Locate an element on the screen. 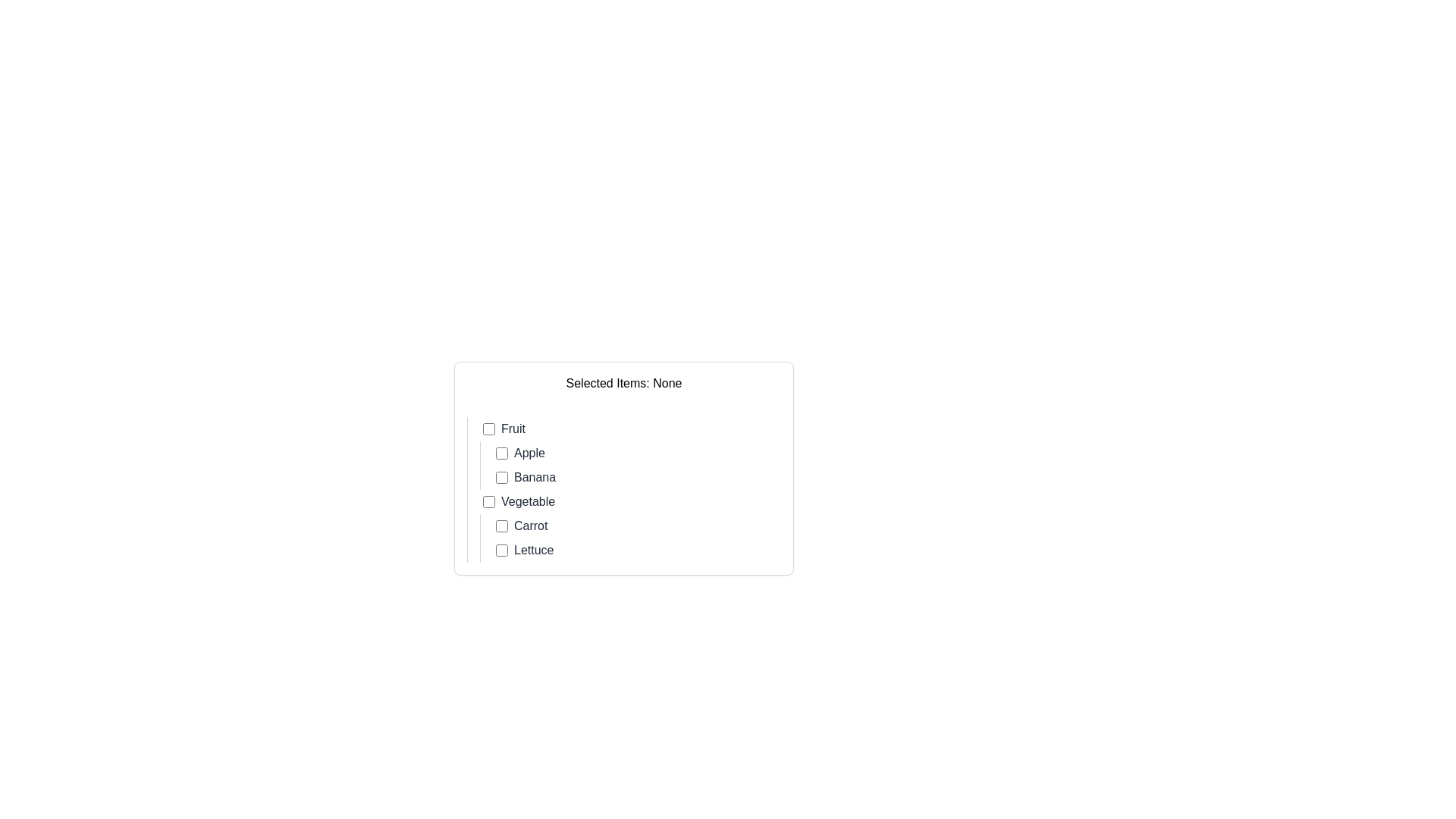 The height and width of the screenshot is (819, 1456). the label for the second fruit option, which provides descriptive text for the associated checkbox is located at coordinates (535, 476).